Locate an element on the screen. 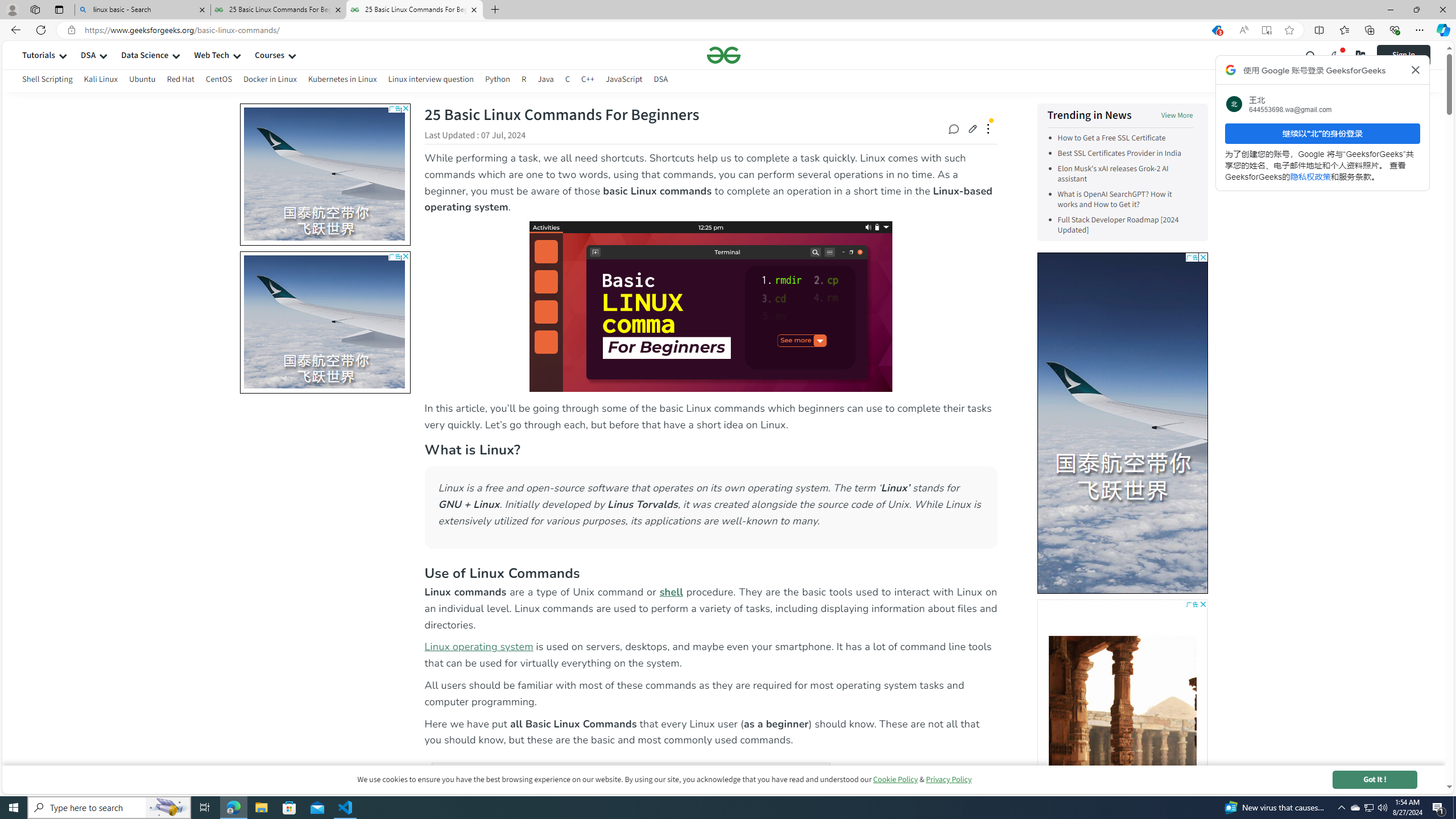 The height and width of the screenshot is (819, 1456). 'Cookie Policy' is located at coordinates (895, 779).